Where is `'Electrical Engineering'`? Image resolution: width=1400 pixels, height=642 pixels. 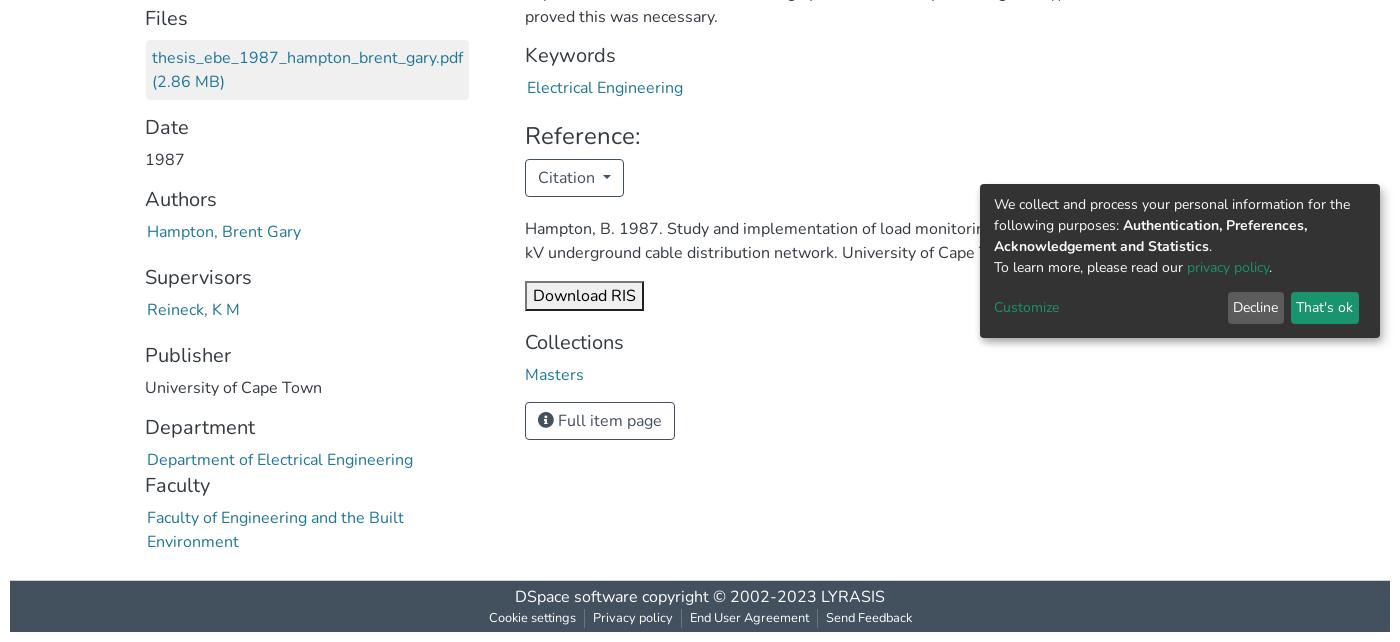 'Electrical Engineering' is located at coordinates (604, 86).